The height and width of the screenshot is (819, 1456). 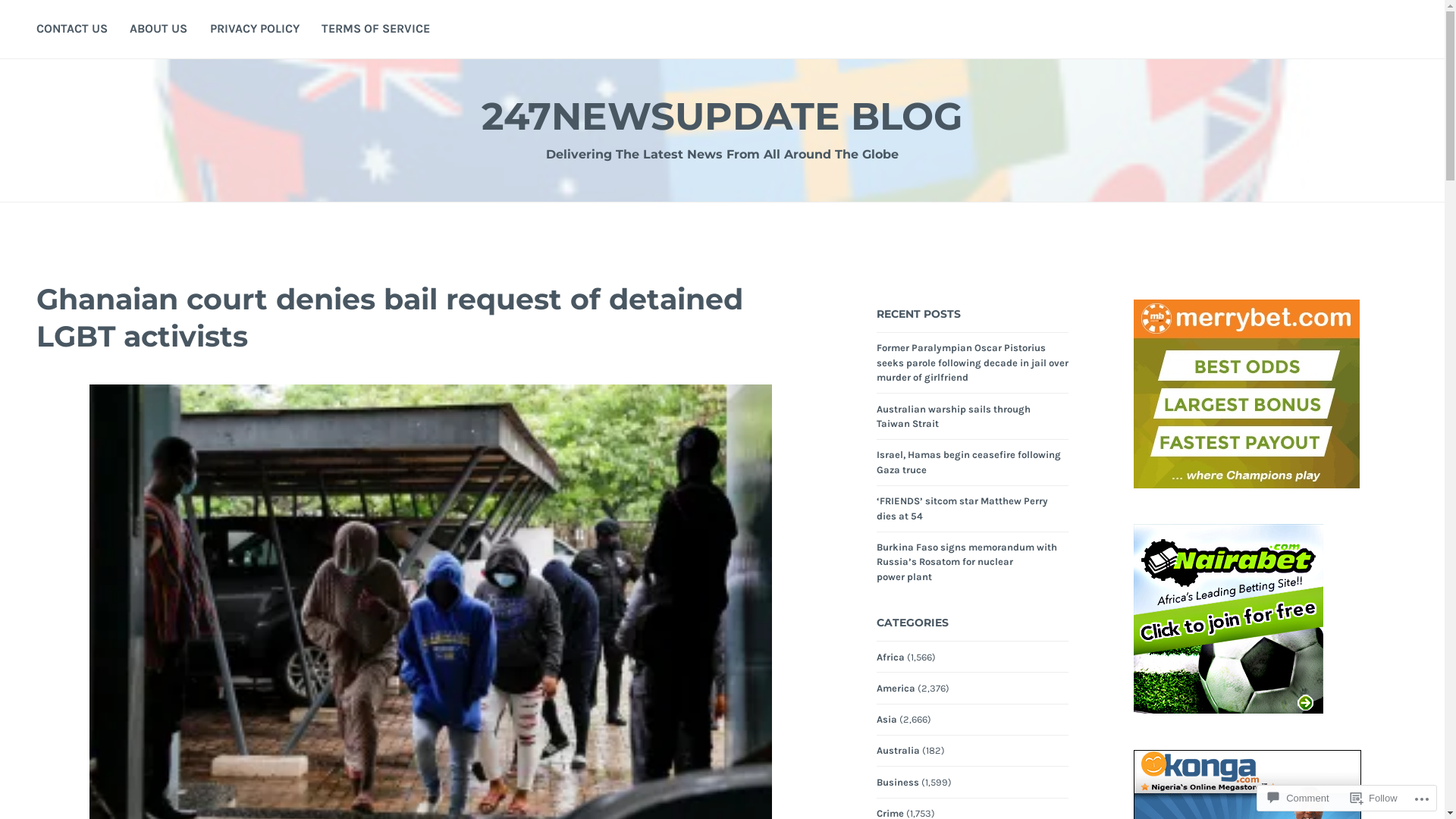 What do you see at coordinates (890, 657) in the screenshot?
I see `'Africa'` at bounding box center [890, 657].